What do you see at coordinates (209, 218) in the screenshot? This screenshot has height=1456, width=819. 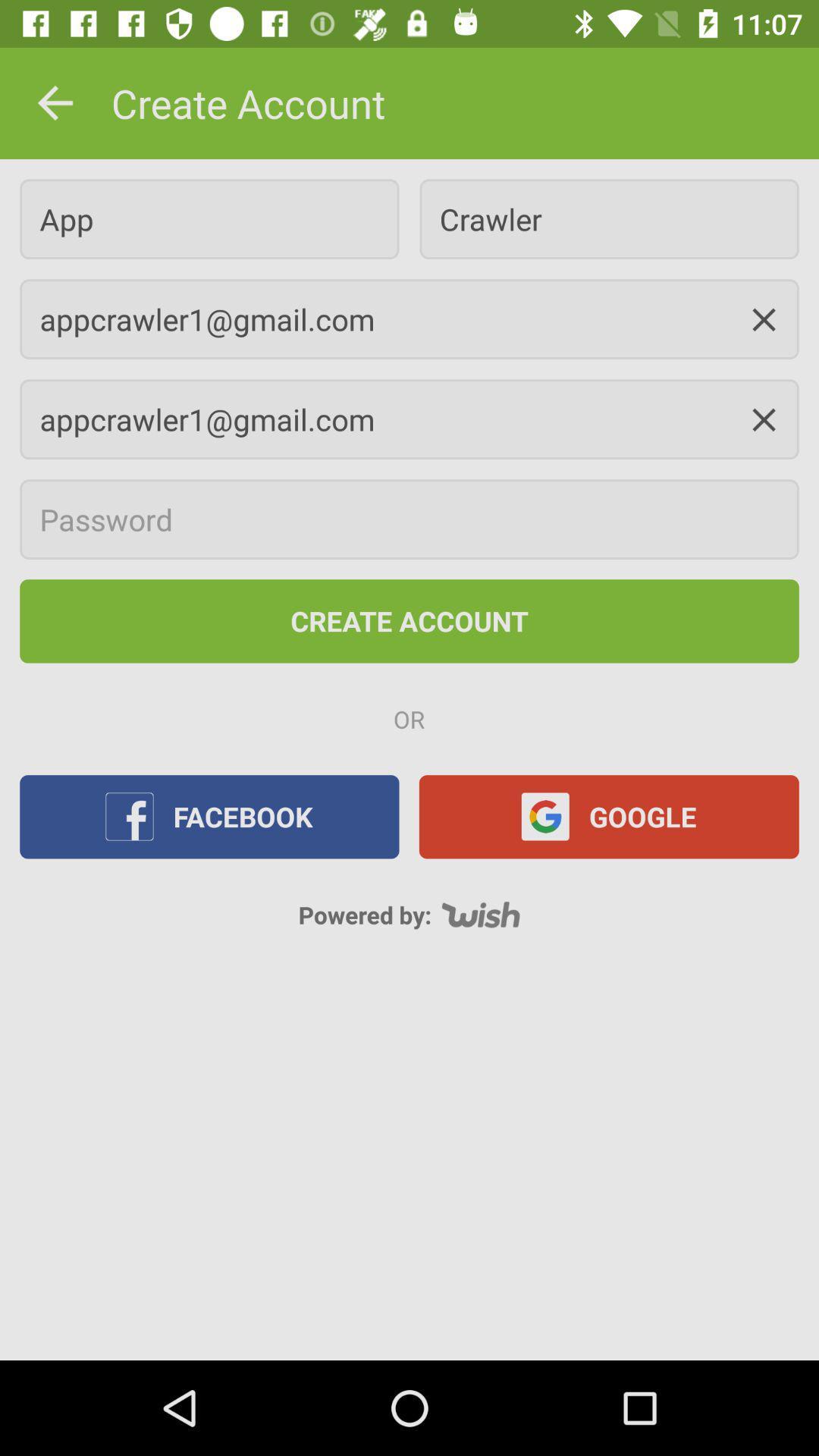 I see `item to the left of crawler icon` at bounding box center [209, 218].